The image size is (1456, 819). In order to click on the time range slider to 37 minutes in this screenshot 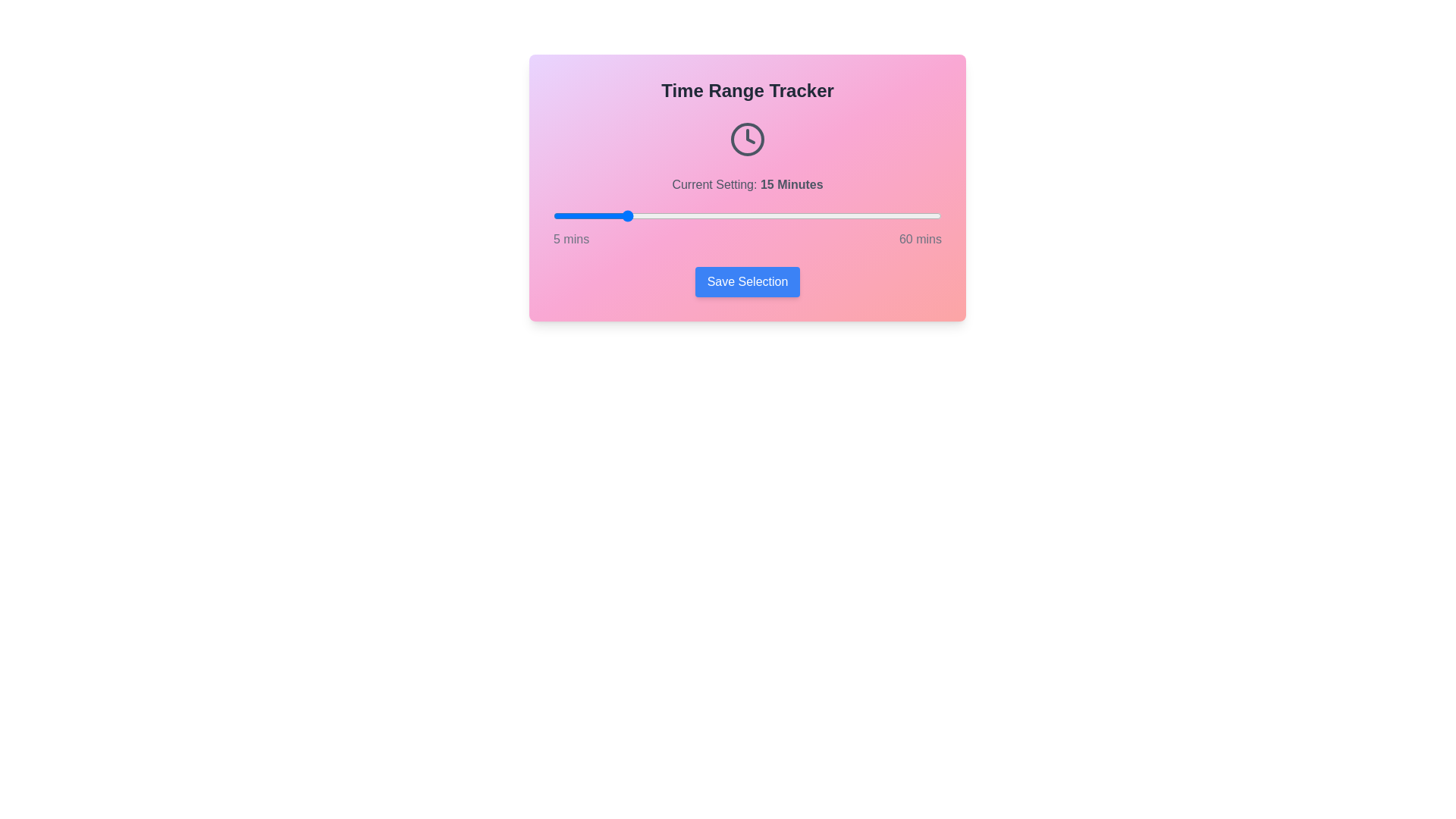, I will do `click(779, 216)`.